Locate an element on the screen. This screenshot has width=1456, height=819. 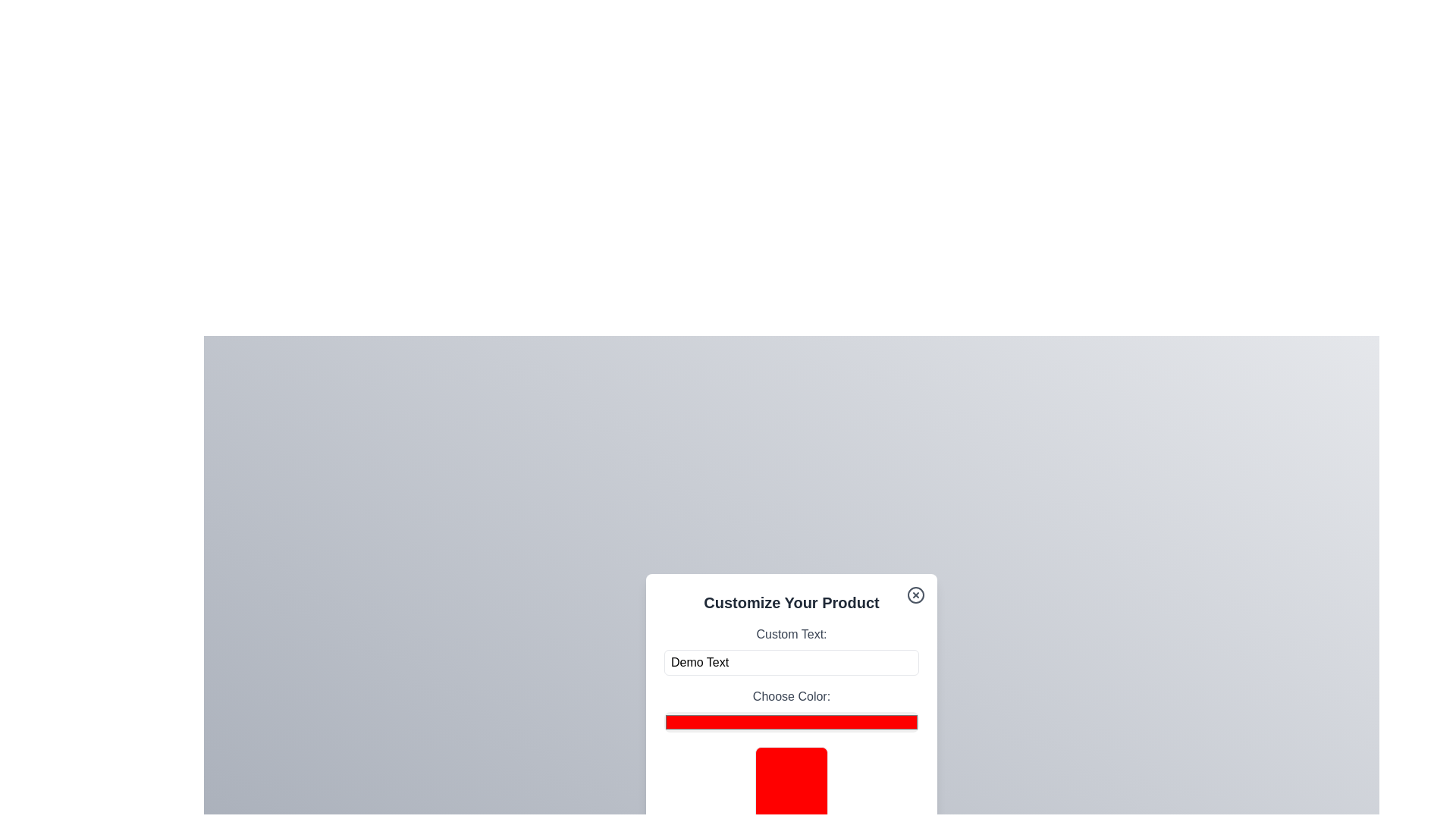
the color picker to a specific color value 7776460 is located at coordinates (790, 721).